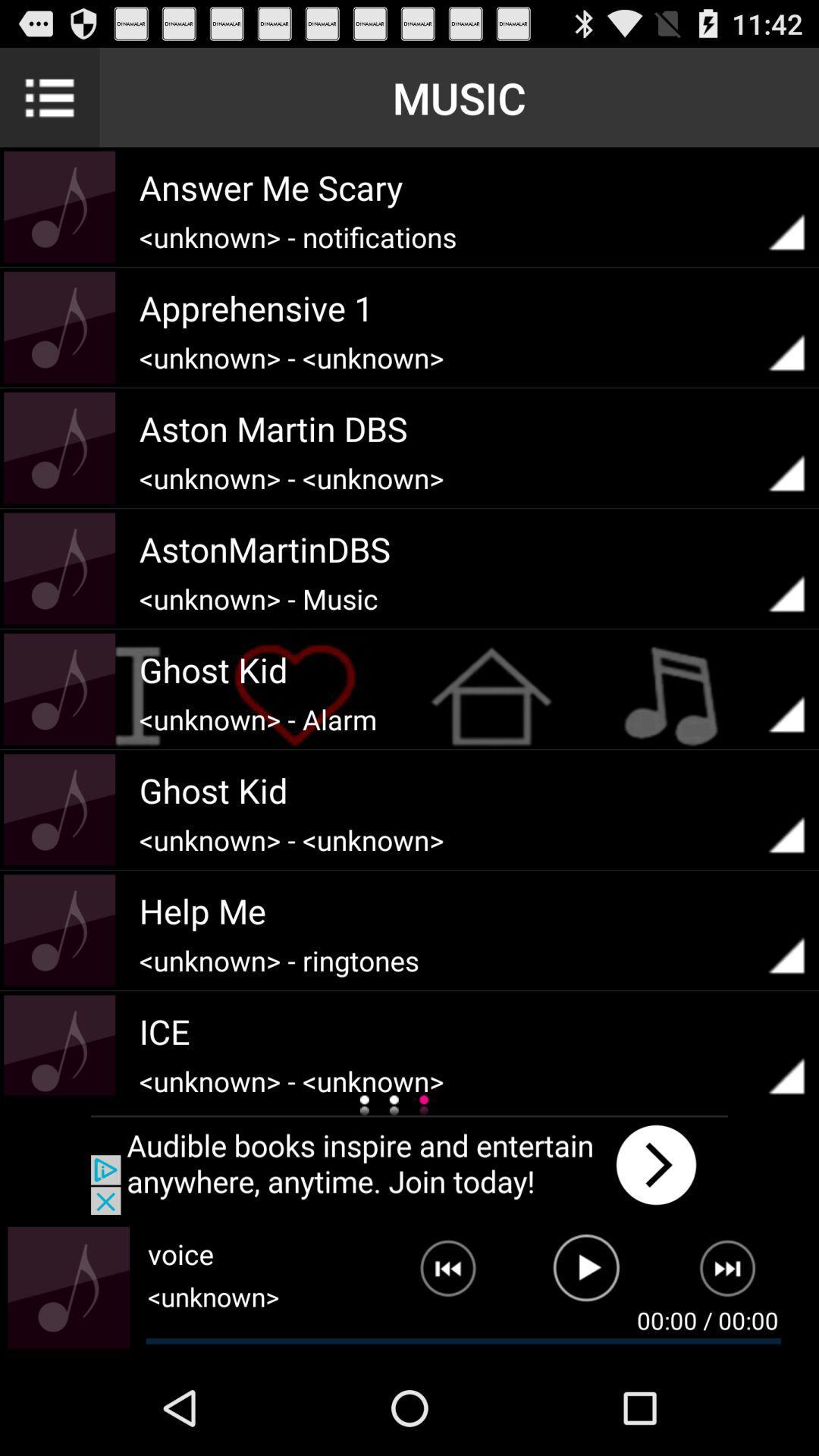  Describe the element at coordinates (49, 103) in the screenshot. I see `the list icon` at that location.